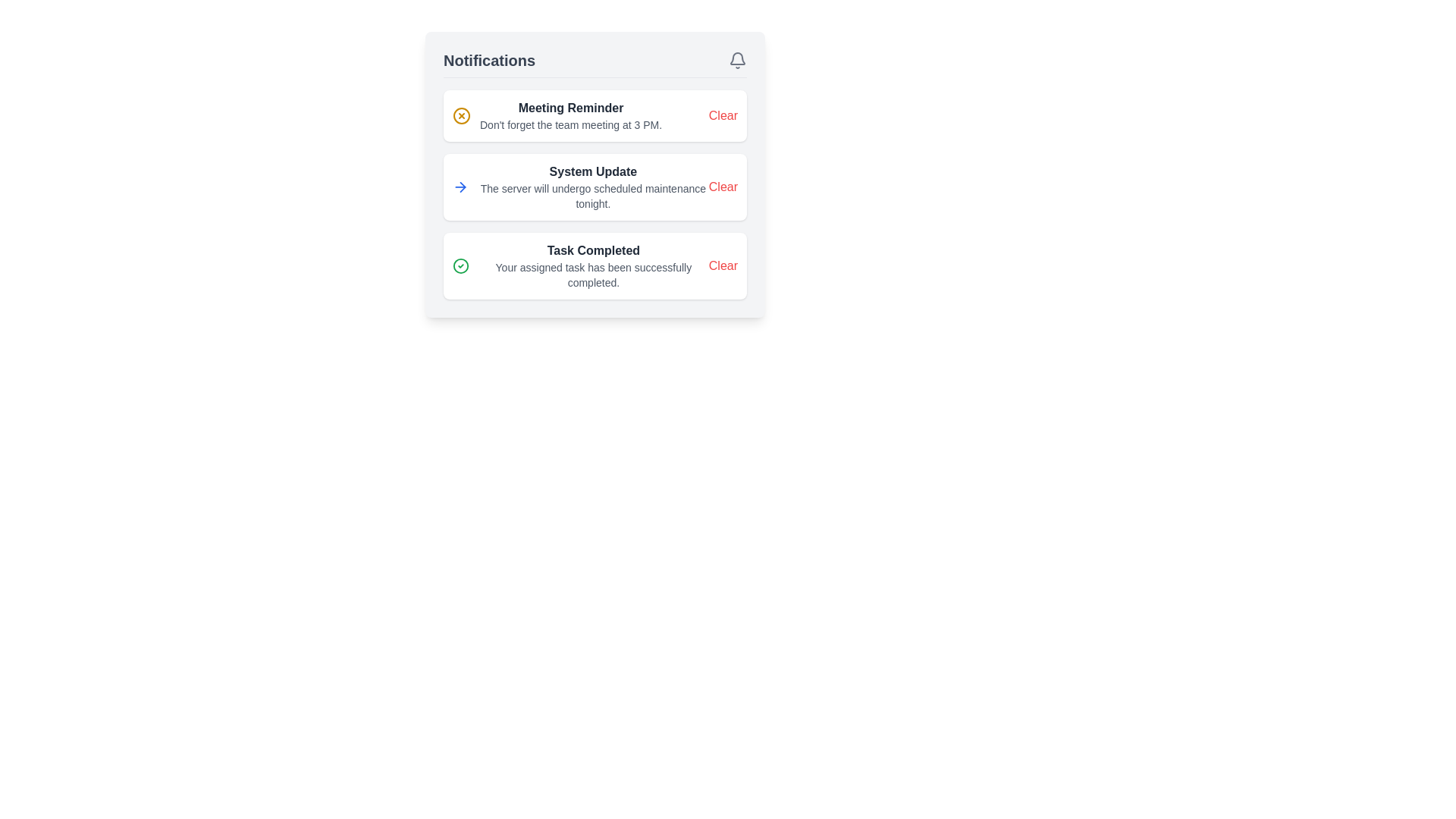 The width and height of the screenshot is (1456, 819). Describe the element at coordinates (489, 60) in the screenshot. I see `the bold, gray-colored text label reading 'Notifications' at the top of the notifications section` at that location.